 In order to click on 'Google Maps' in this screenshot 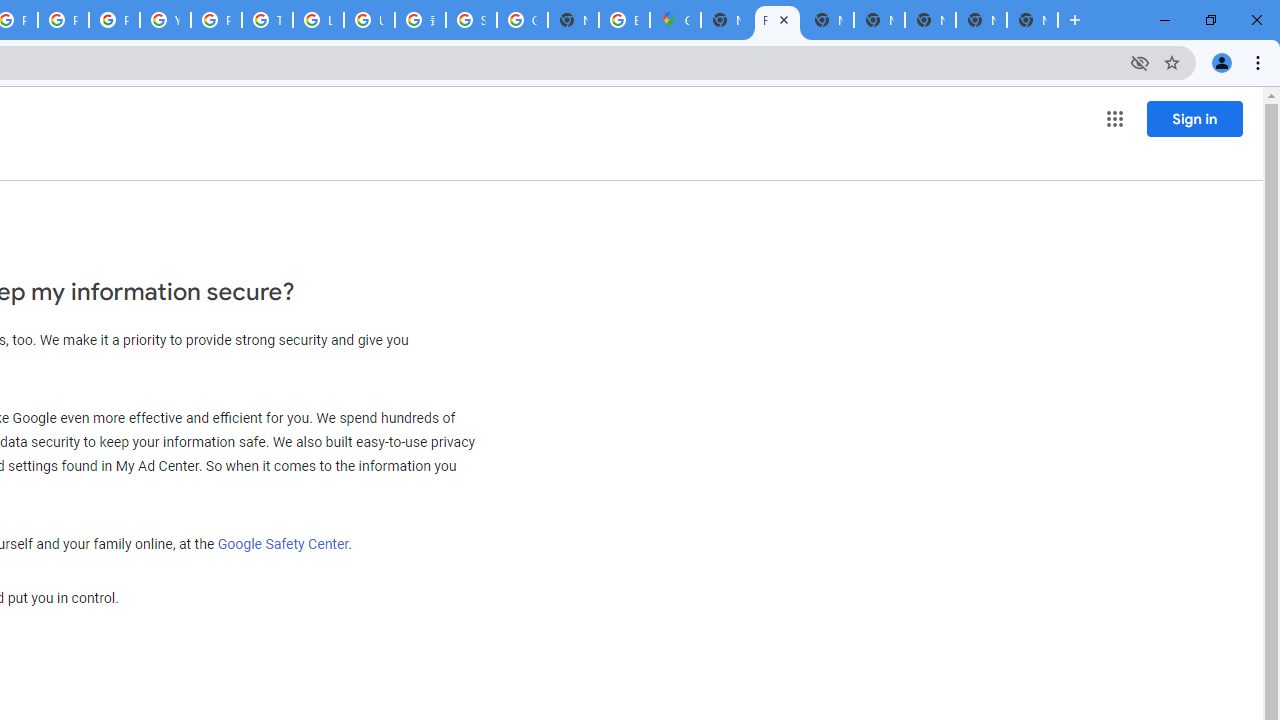, I will do `click(675, 20)`.